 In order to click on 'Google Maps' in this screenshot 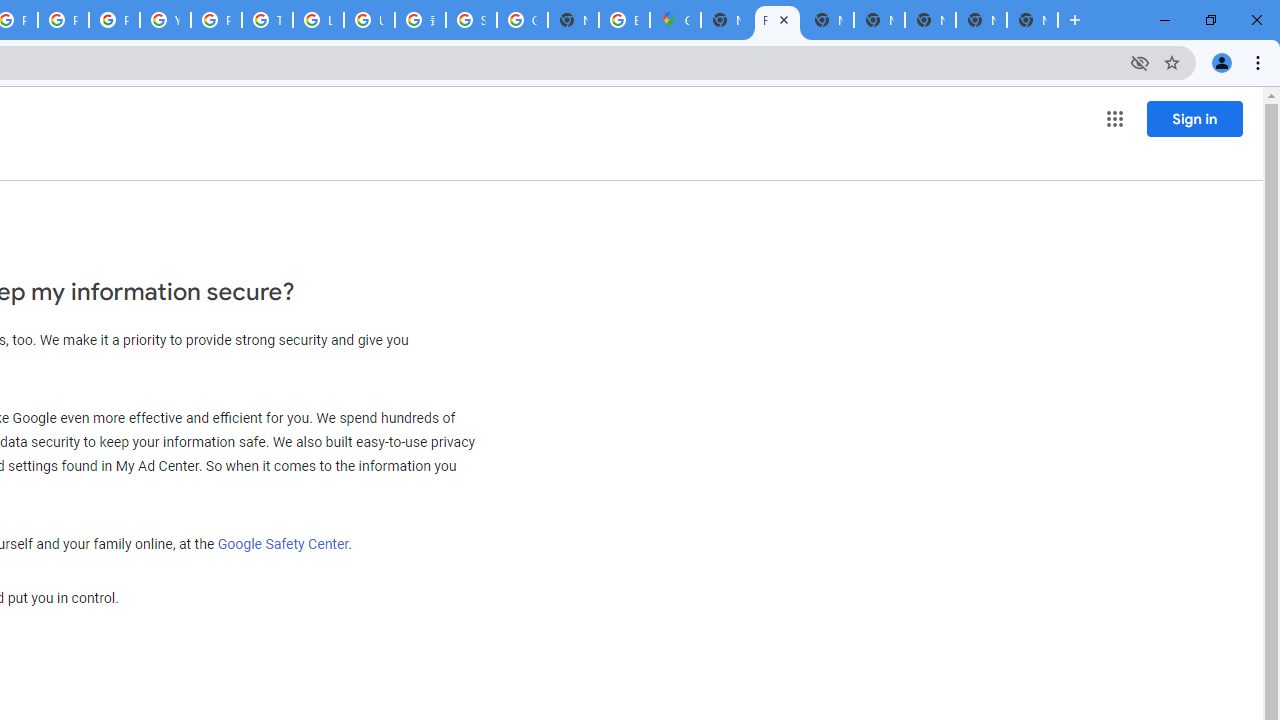, I will do `click(675, 20)`.